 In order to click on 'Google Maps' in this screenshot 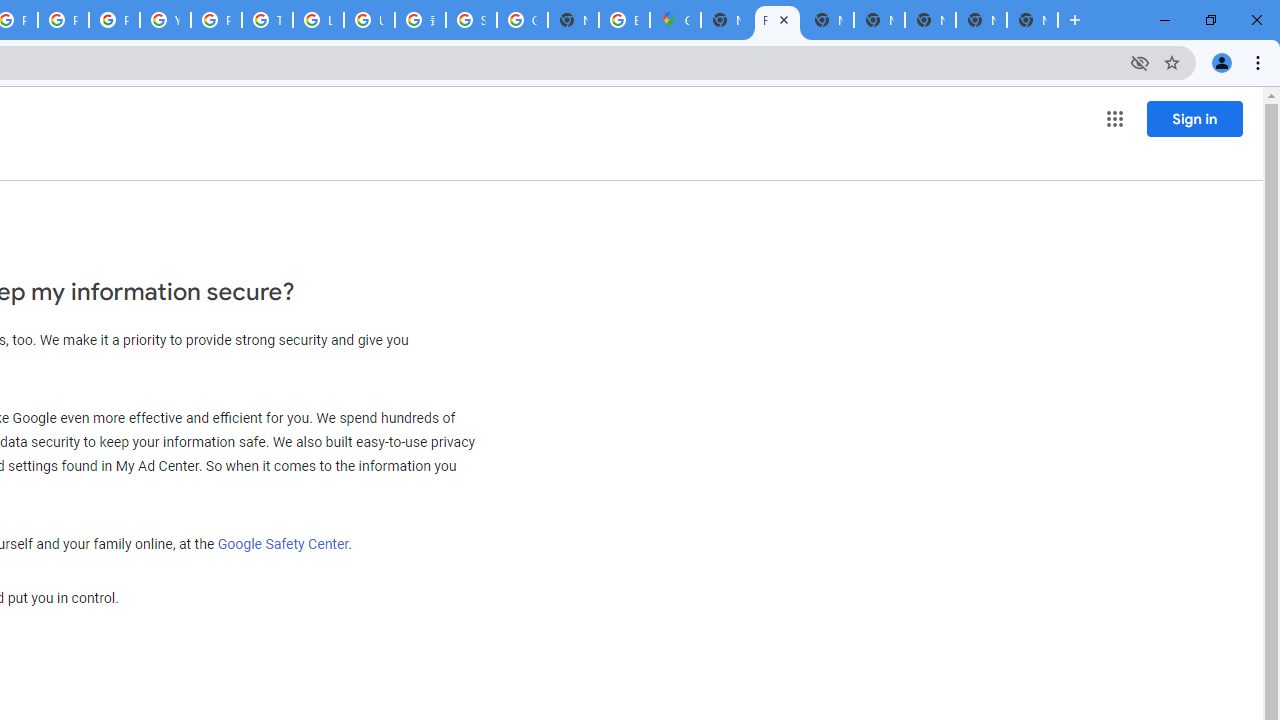, I will do `click(675, 20)`.